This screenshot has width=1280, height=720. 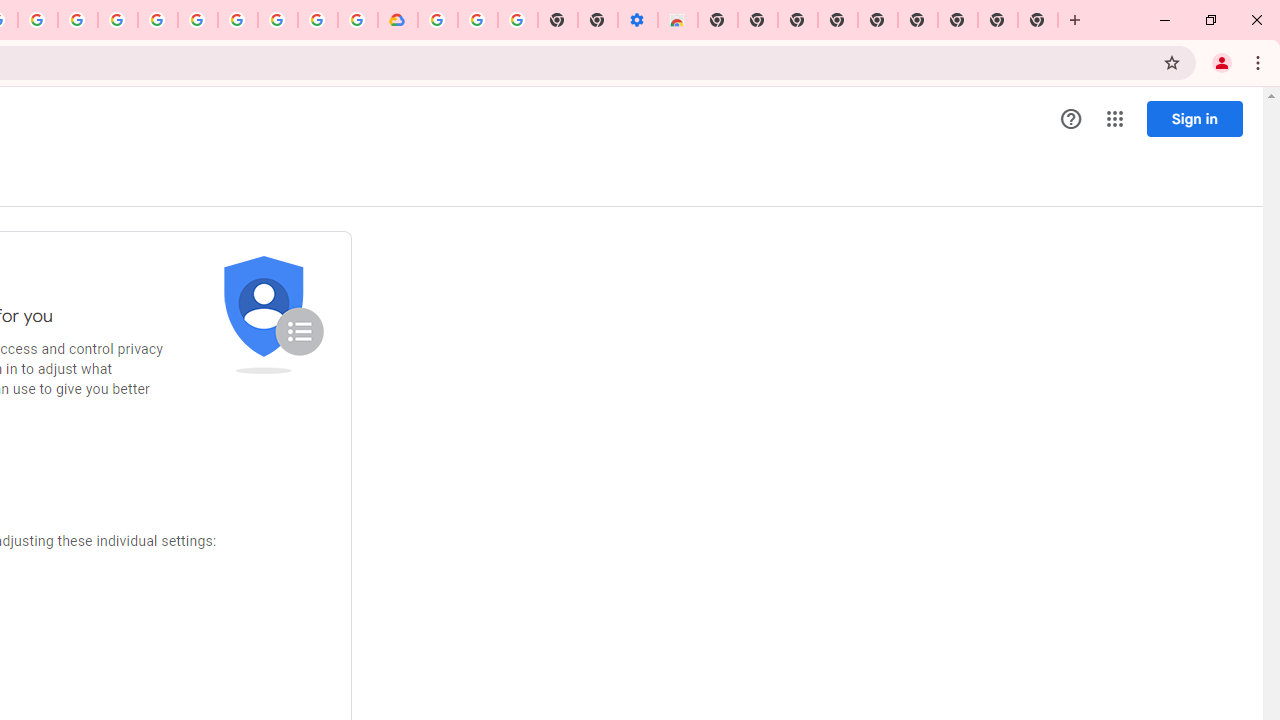 What do you see at coordinates (157, 20) in the screenshot?
I see `'Sign in - Google Accounts'` at bounding box center [157, 20].